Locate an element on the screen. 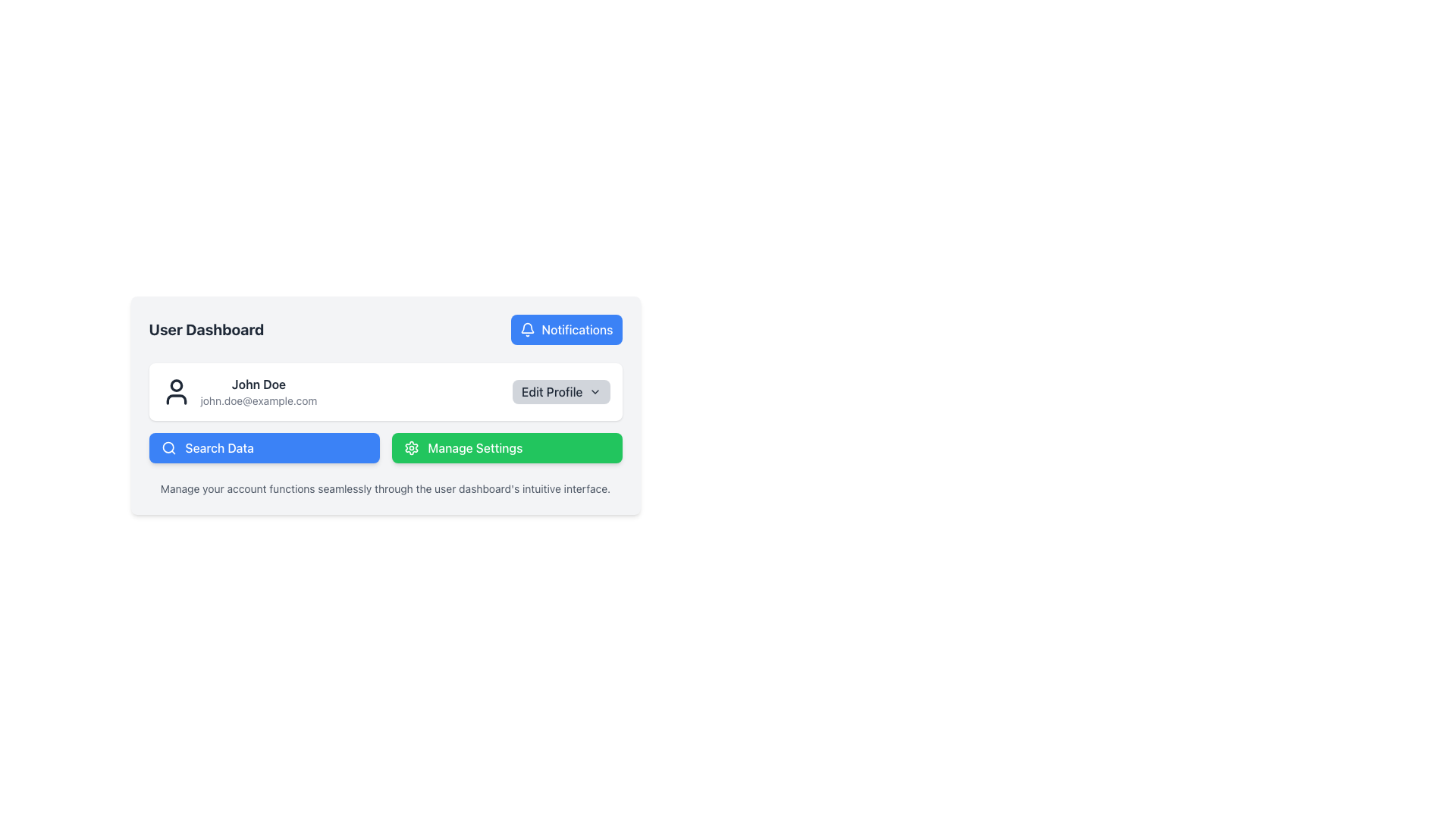  the email label displaying 'john.doe@example.com' in the user profile section, located beneath the text 'John Doe' is located at coordinates (259, 400).